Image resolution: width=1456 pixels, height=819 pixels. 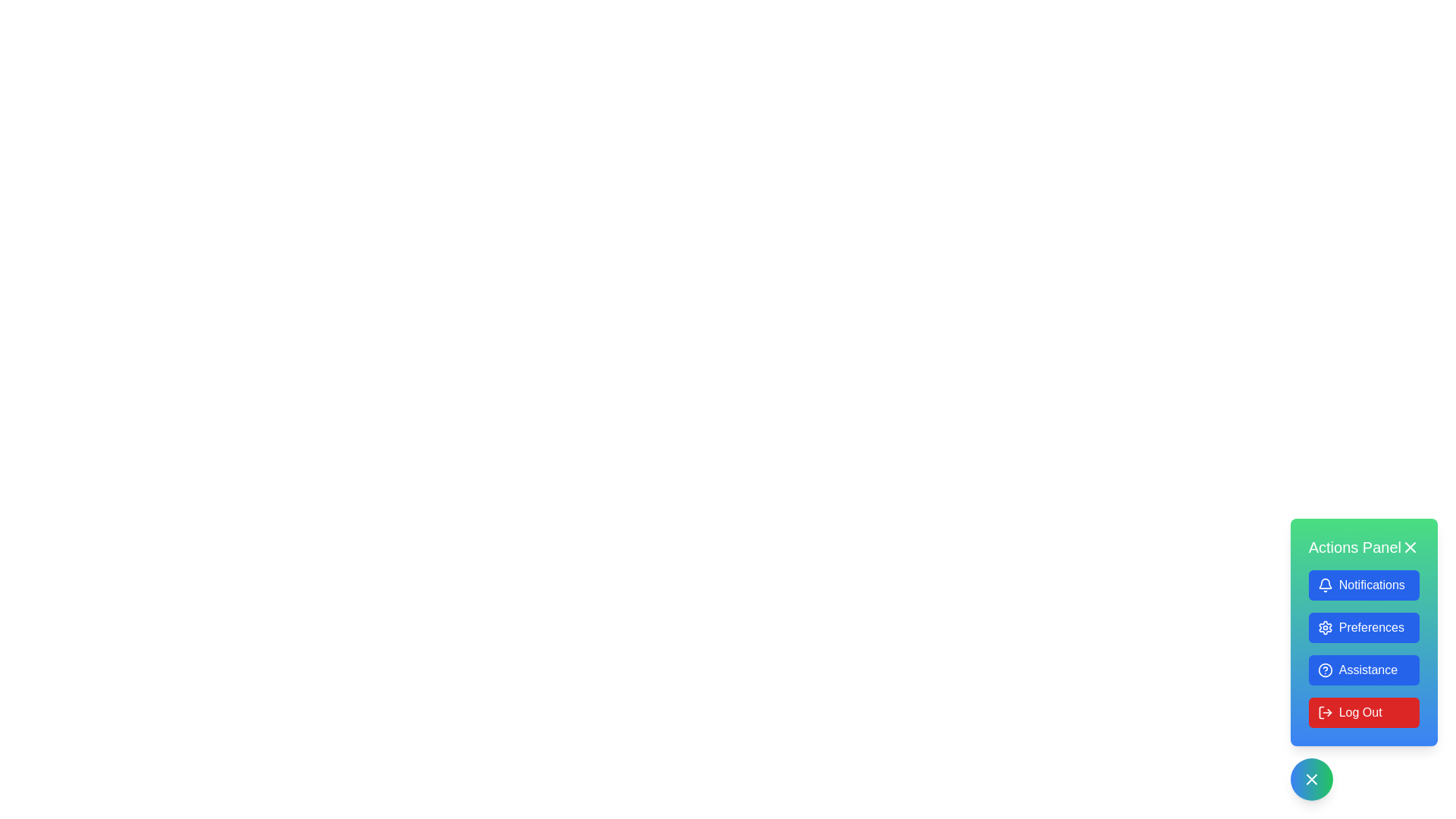 What do you see at coordinates (1410, 547) in the screenshot?
I see `the small cross icon in the top-right corner of the 'Actions Panel'` at bounding box center [1410, 547].